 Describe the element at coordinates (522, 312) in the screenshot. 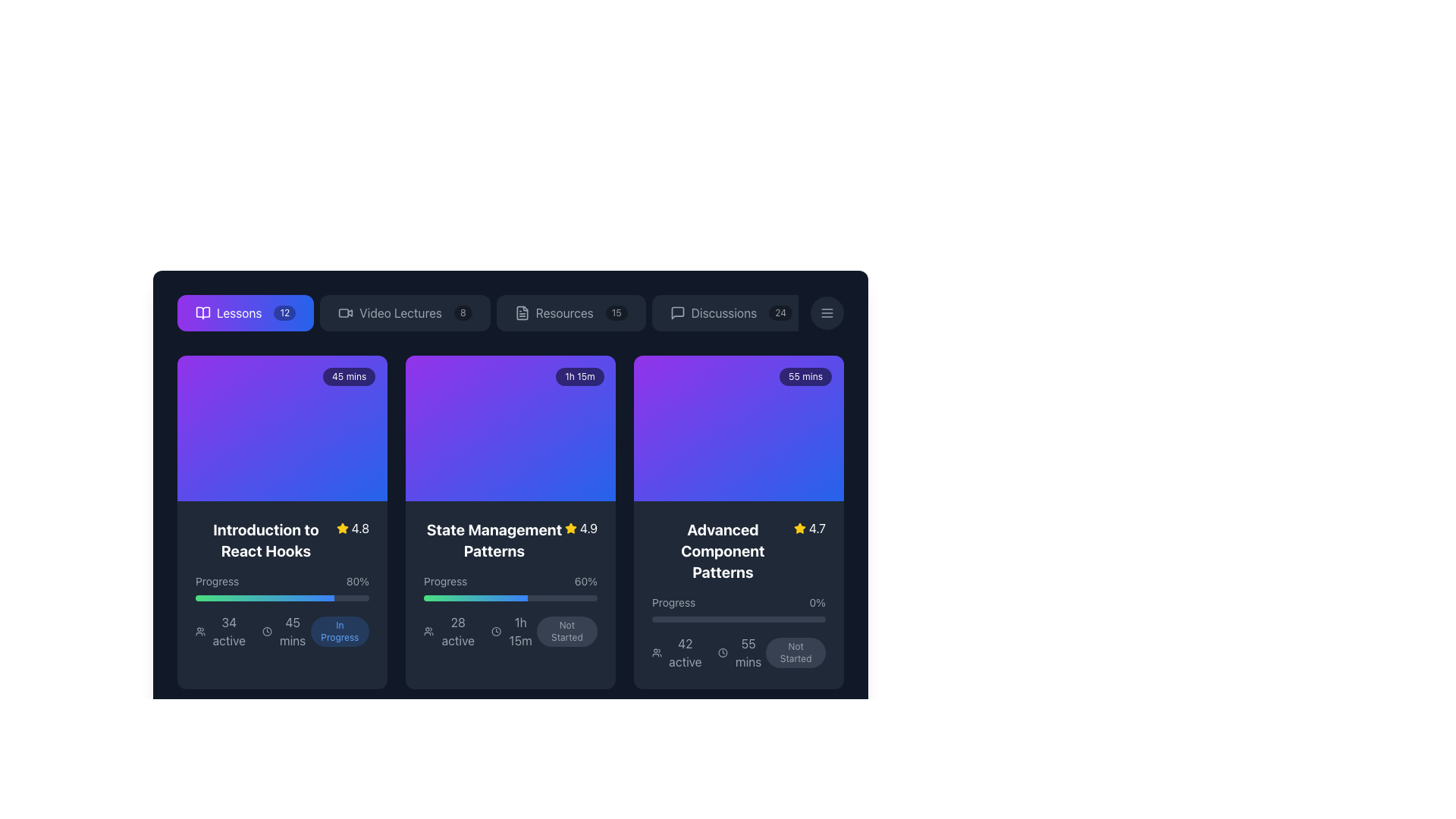

I see `the file-like icon located at the top-left corner of the header area, which represents a document and serves as a symbol for accessing resources or files` at that location.